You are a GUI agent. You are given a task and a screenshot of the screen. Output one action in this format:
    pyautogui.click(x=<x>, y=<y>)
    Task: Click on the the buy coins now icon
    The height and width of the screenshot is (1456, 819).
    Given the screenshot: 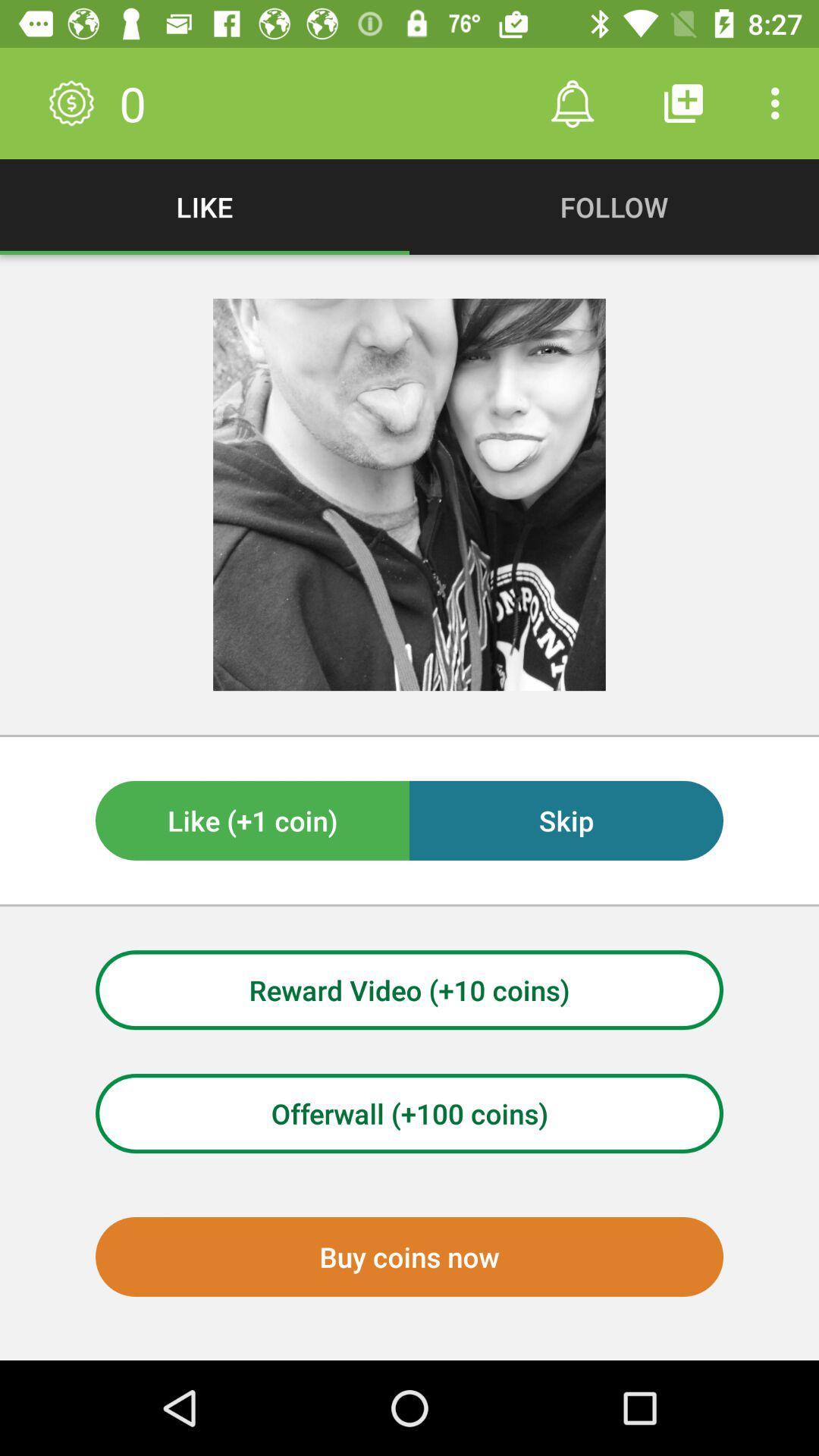 What is the action you would take?
    pyautogui.click(x=409, y=1257)
    